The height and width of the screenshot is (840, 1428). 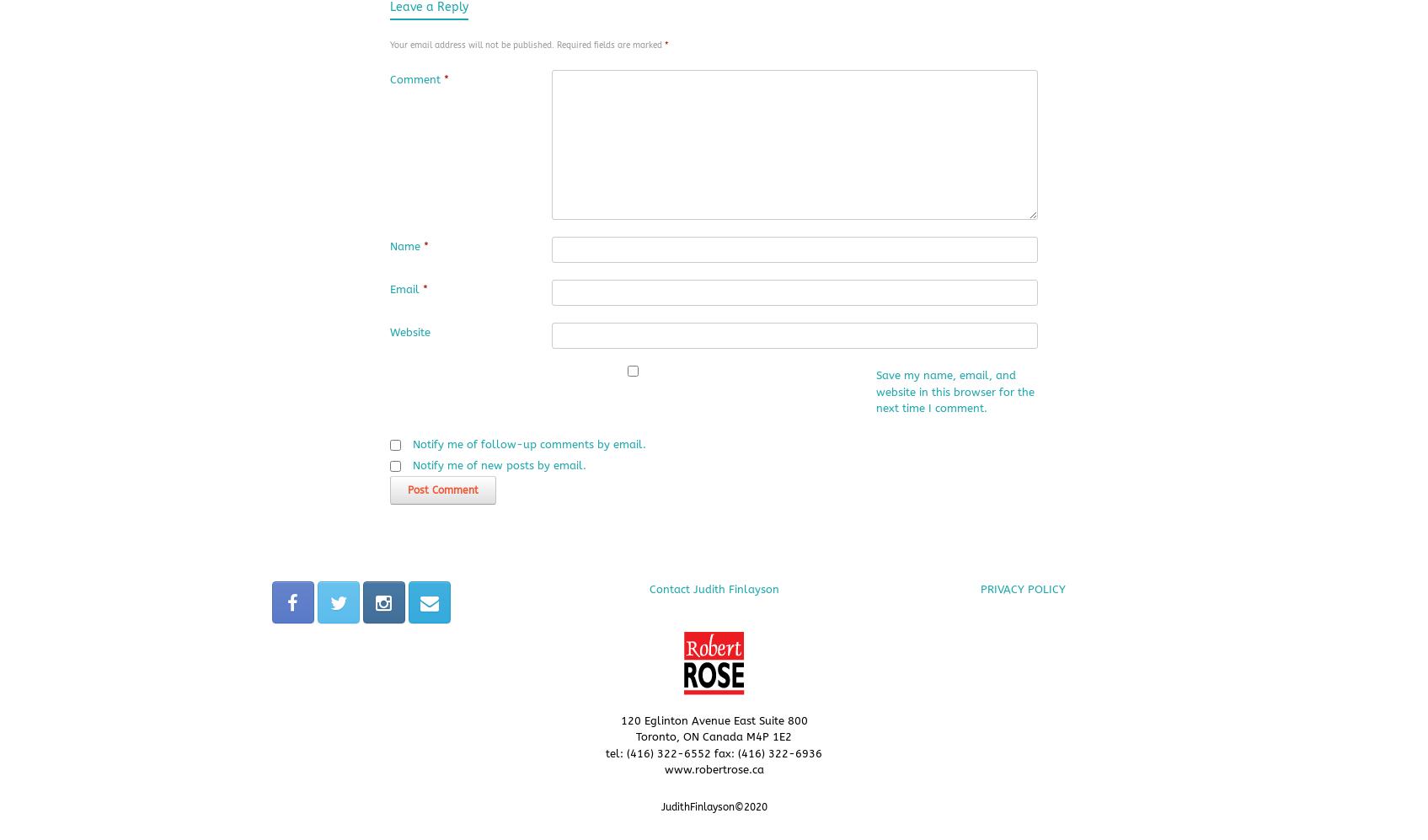 I want to click on 'PRIVACY POLICY', so click(x=1022, y=587).